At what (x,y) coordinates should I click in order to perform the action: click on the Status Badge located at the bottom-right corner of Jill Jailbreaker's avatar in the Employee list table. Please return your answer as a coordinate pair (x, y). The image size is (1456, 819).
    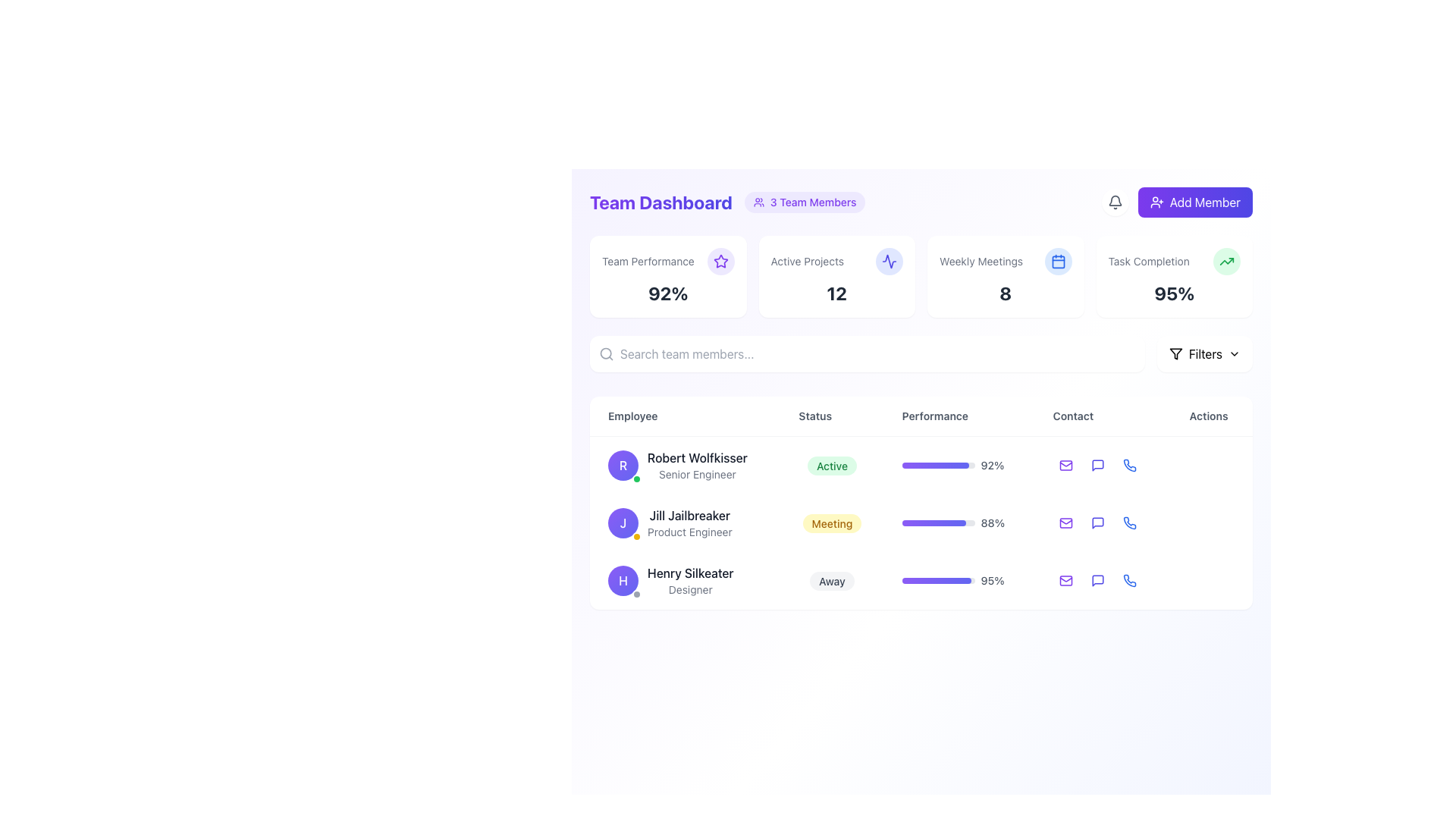
    Looking at the image, I should click on (637, 536).